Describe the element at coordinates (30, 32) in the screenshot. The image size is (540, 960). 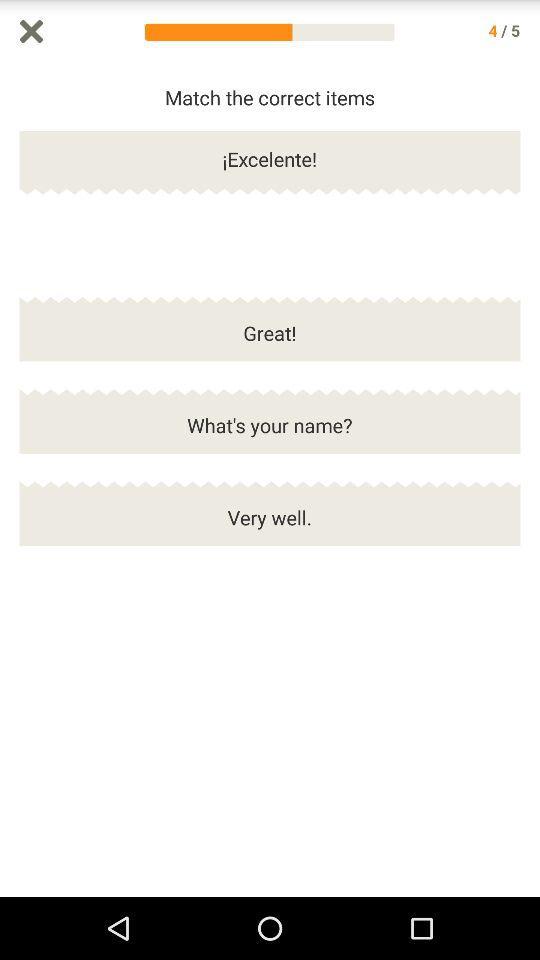
I see `the close icon` at that location.